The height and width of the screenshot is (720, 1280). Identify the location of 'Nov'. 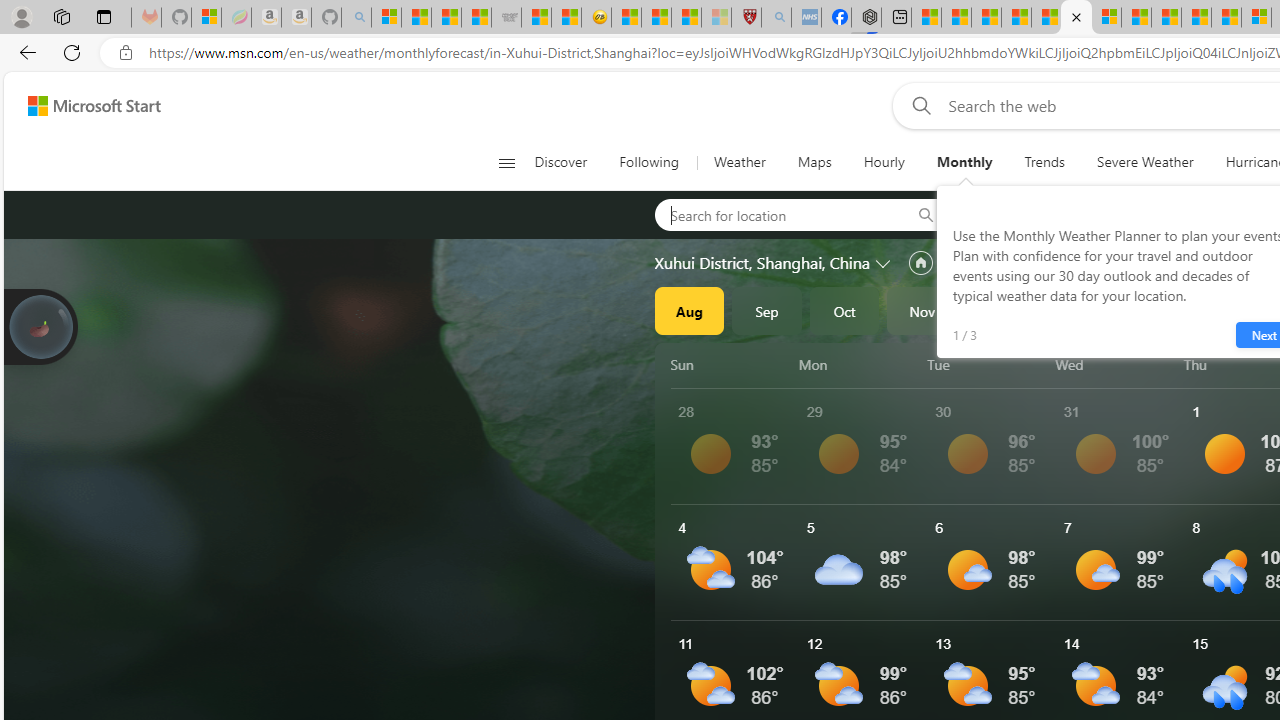
(921, 311).